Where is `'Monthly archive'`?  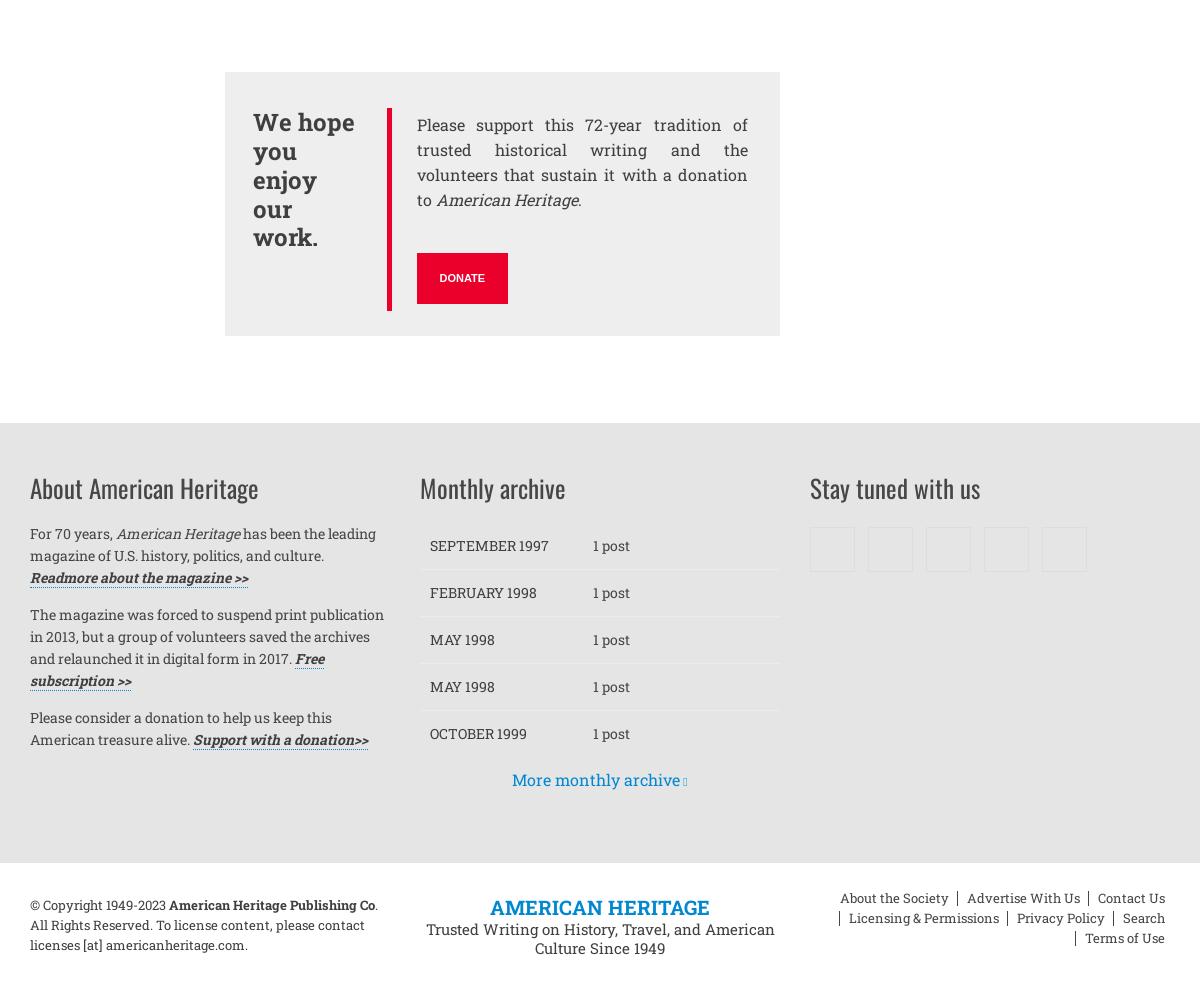 'Monthly archive' is located at coordinates (491, 487).